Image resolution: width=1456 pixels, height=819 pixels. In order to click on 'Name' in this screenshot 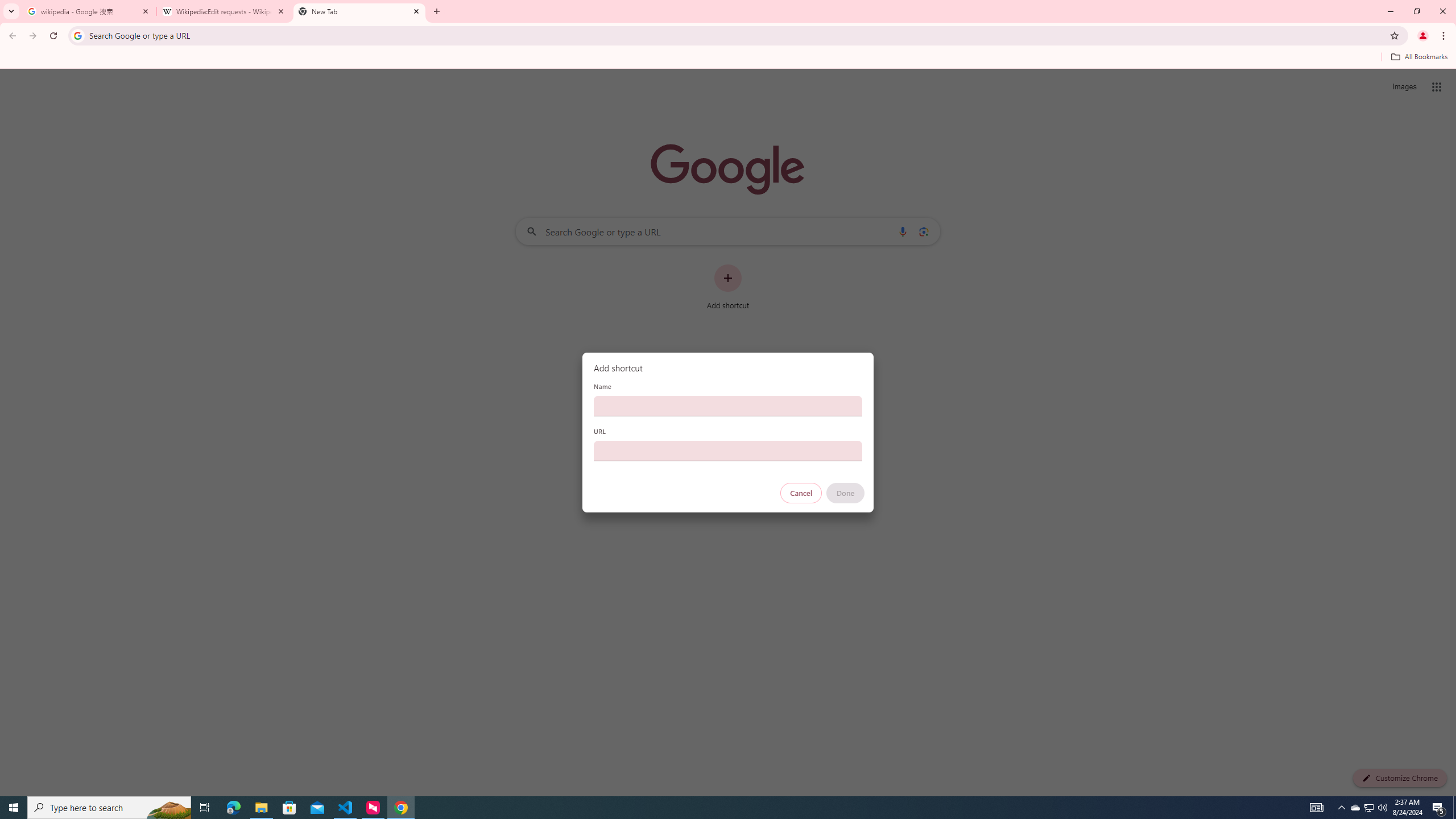, I will do `click(728, 405)`.